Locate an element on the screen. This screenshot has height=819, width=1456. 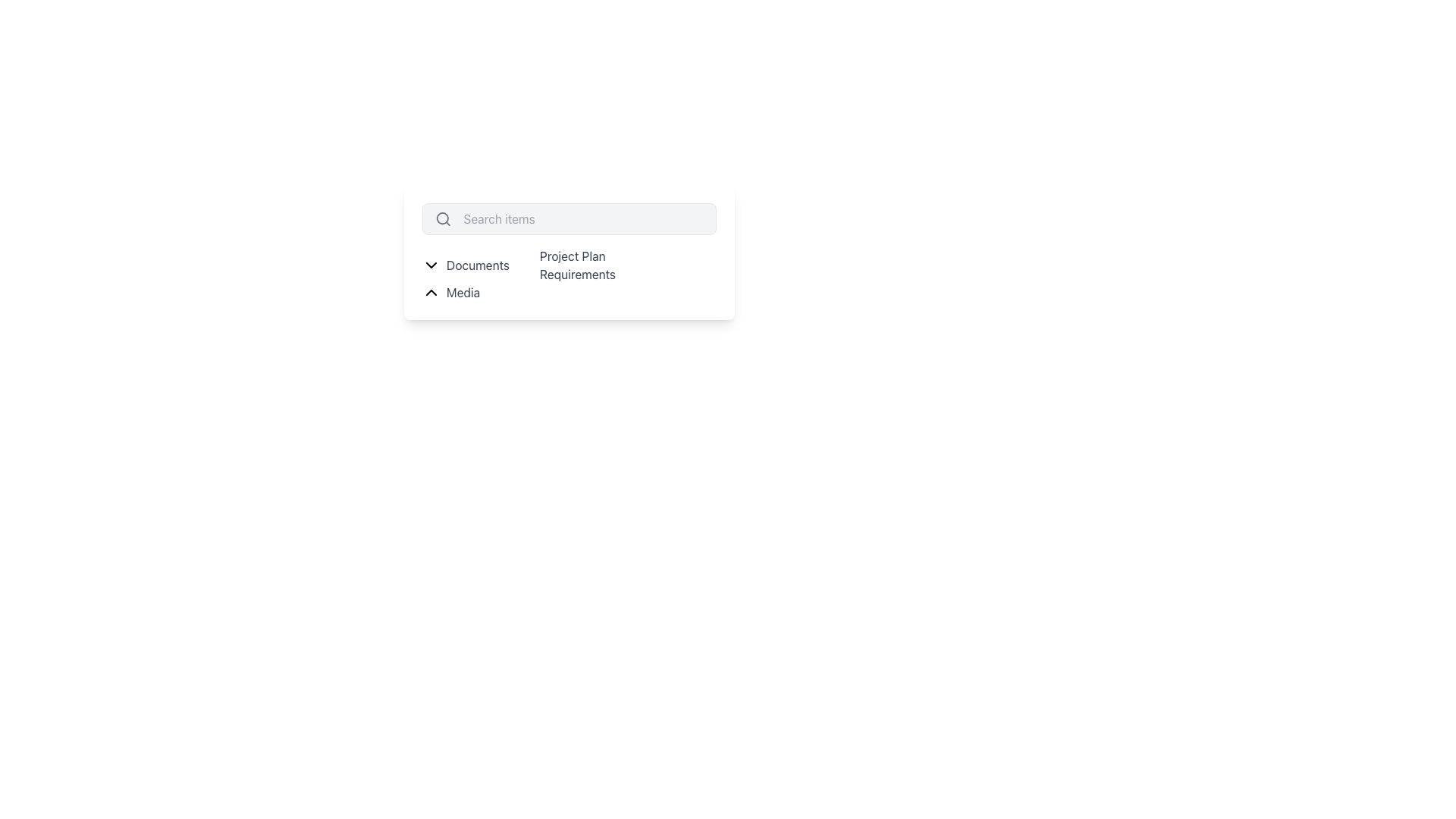
the magnifying glass icon located on the left side of the light gray input box, which has the placeholder text 'Search items' is located at coordinates (442, 219).